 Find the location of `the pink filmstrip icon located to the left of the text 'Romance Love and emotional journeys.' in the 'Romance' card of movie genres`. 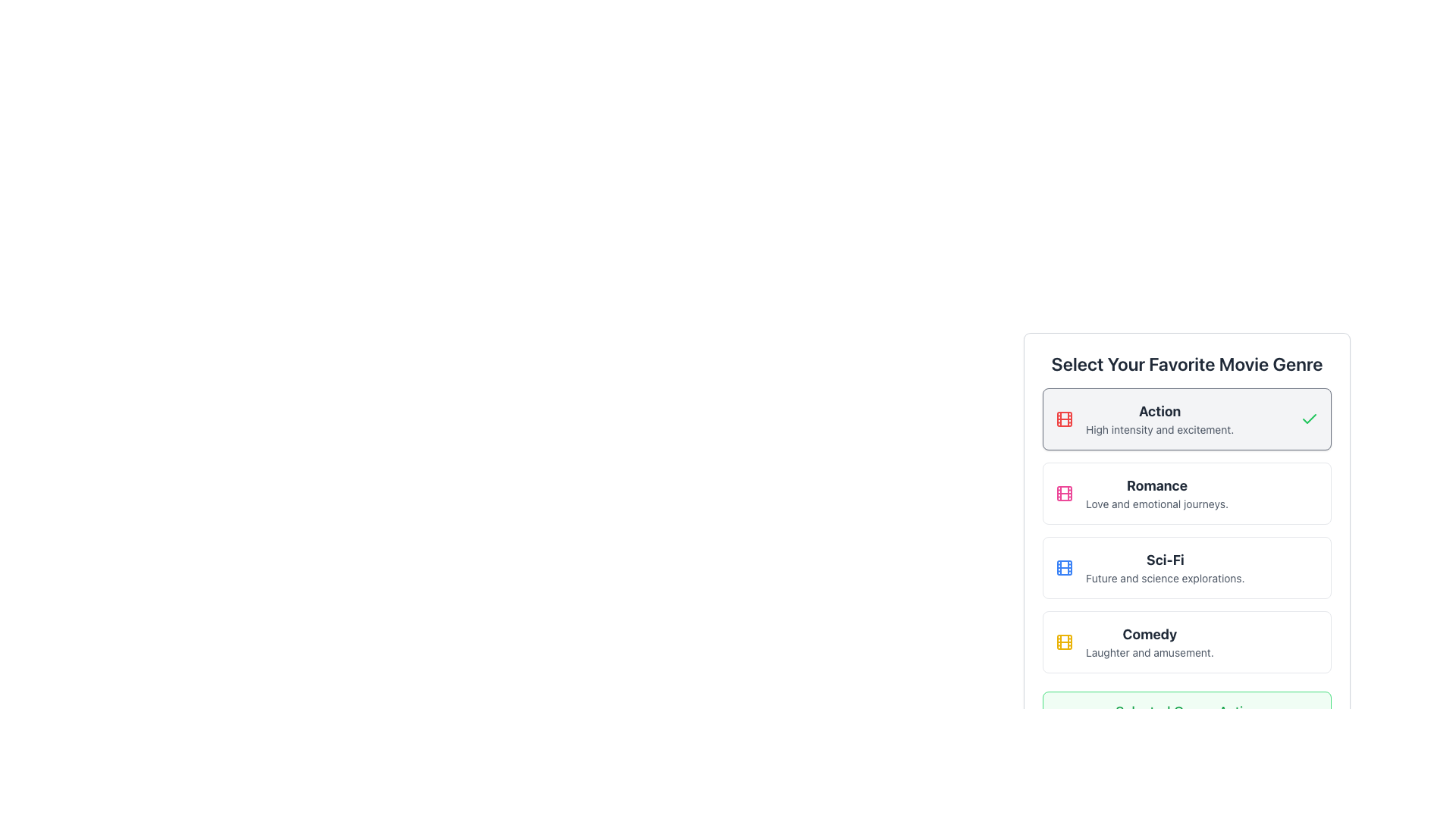

the pink filmstrip icon located to the left of the text 'Romance Love and emotional journeys.' in the 'Romance' card of movie genres is located at coordinates (1063, 494).